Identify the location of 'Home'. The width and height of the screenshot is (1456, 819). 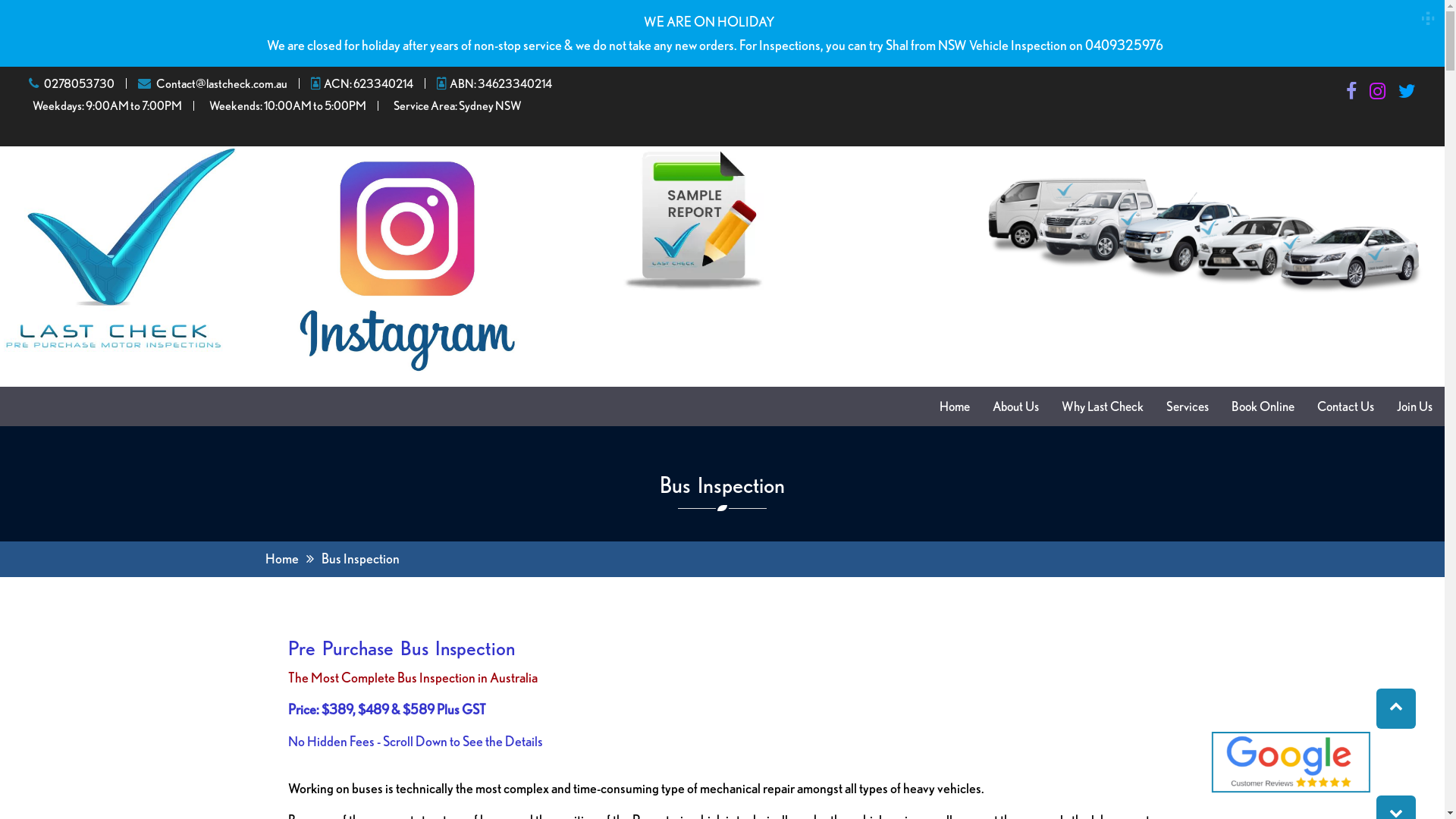
(953, 406).